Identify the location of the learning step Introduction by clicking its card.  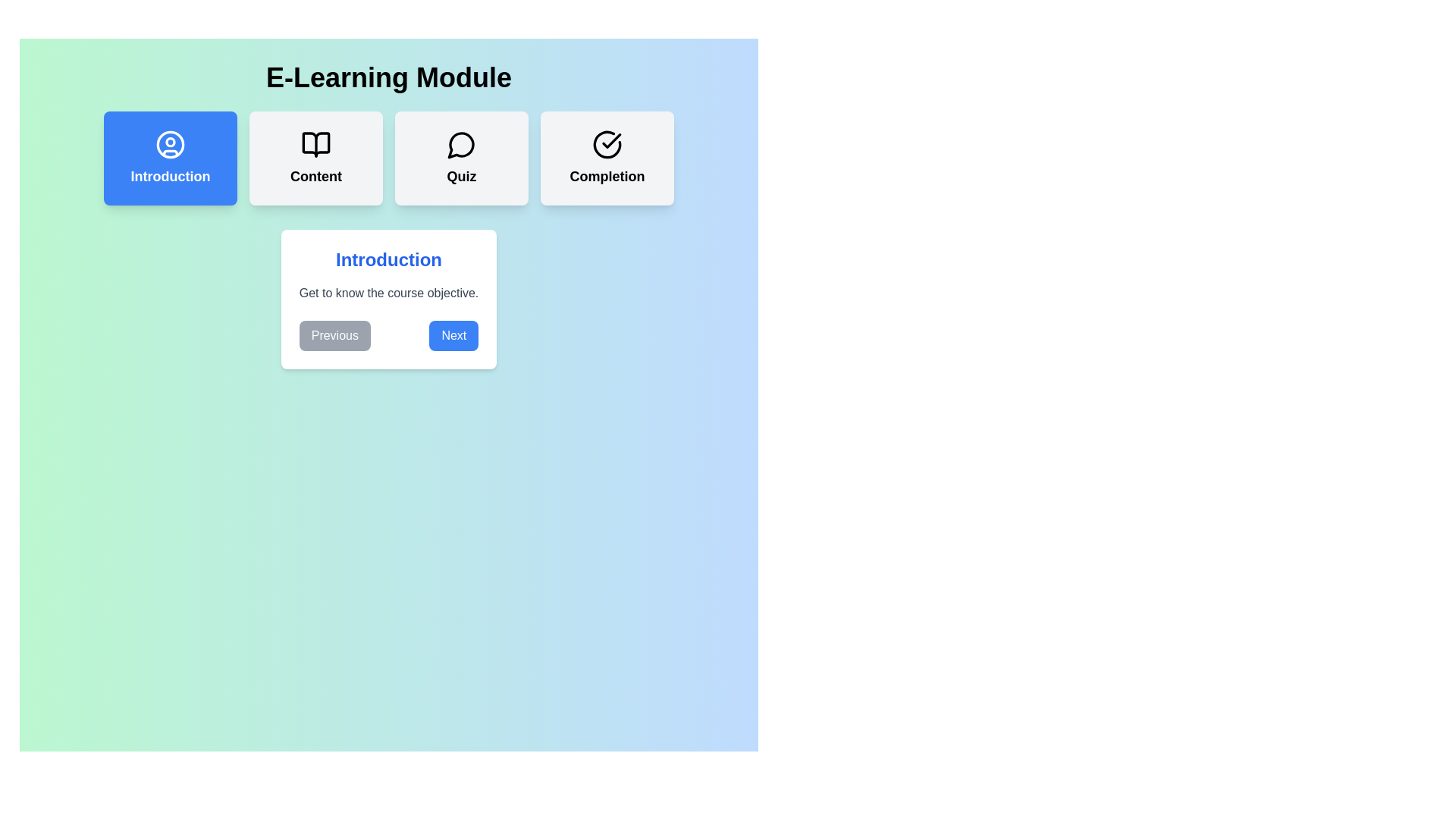
(171, 158).